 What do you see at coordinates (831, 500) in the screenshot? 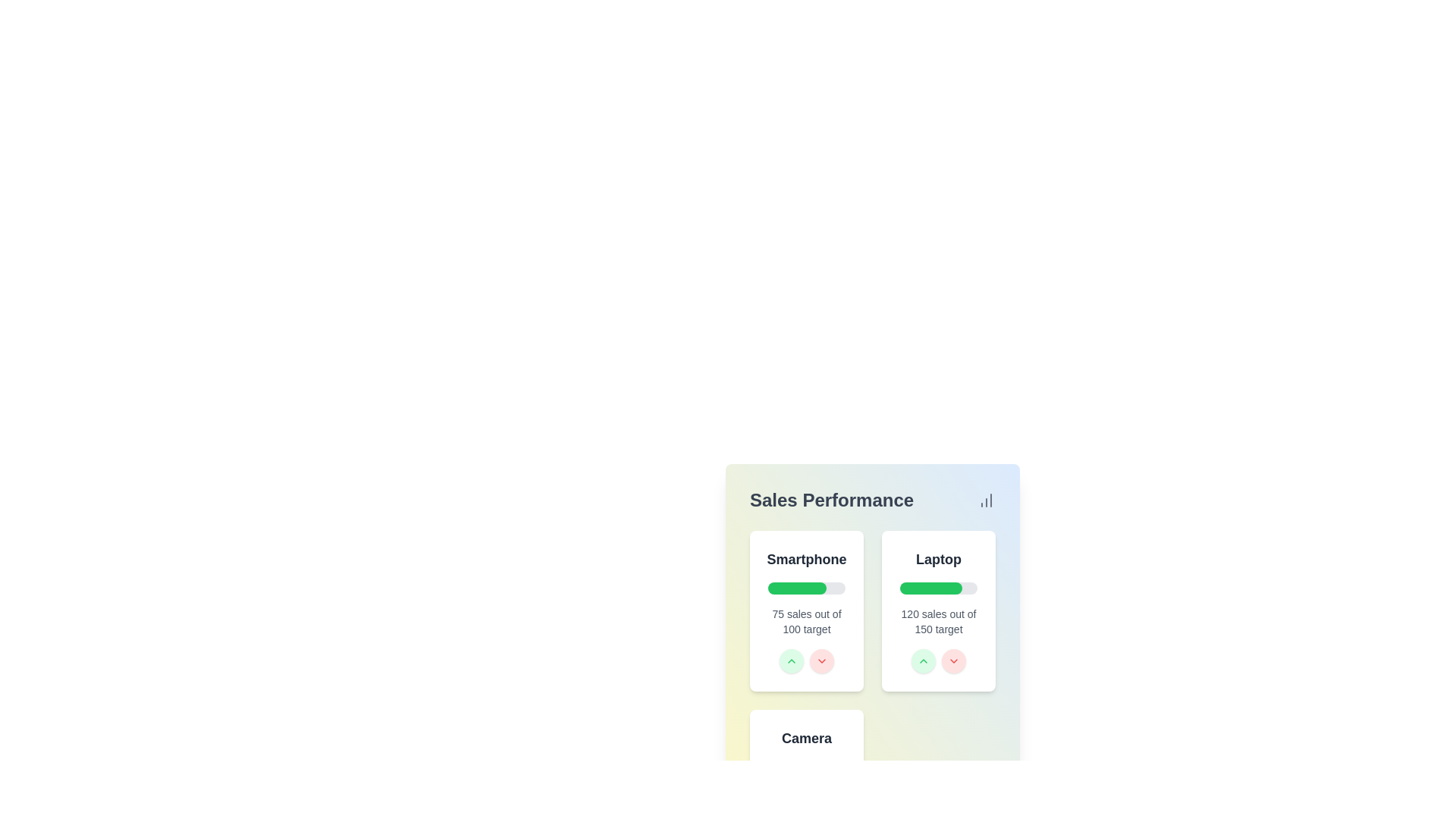
I see `text from the large, bold text label displaying 'Sales Performance' located at the top-left corner of the card-like component` at bounding box center [831, 500].